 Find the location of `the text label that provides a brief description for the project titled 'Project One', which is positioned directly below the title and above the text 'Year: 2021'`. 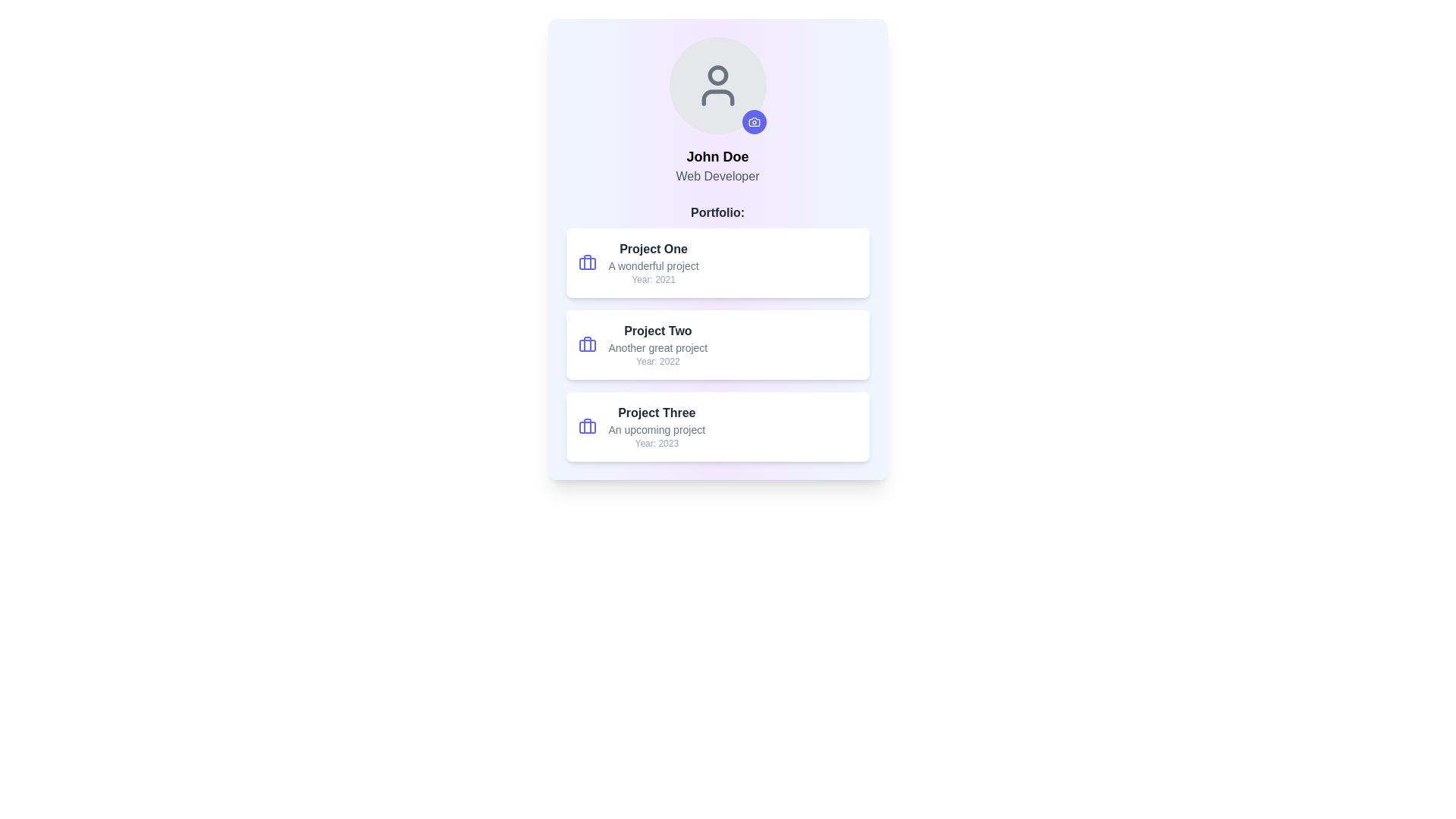

the text label that provides a brief description for the project titled 'Project One', which is positioned directly below the title and above the text 'Year: 2021' is located at coordinates (654, 265).